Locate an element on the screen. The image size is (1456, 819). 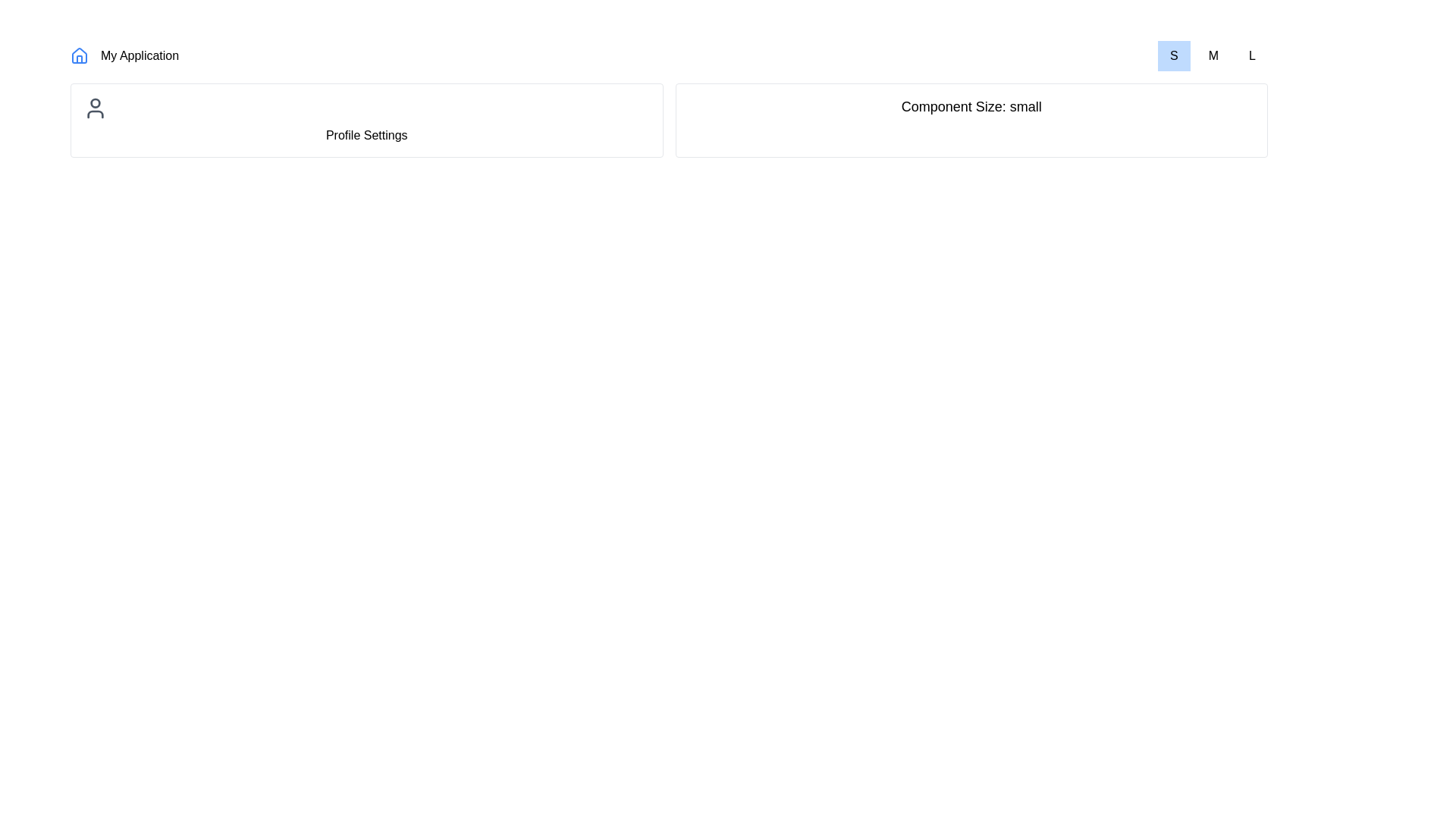
the 'Home' icon located in the top-left corner of the interface near the application title, 'My Application.' is located at coordinates (79, 55).